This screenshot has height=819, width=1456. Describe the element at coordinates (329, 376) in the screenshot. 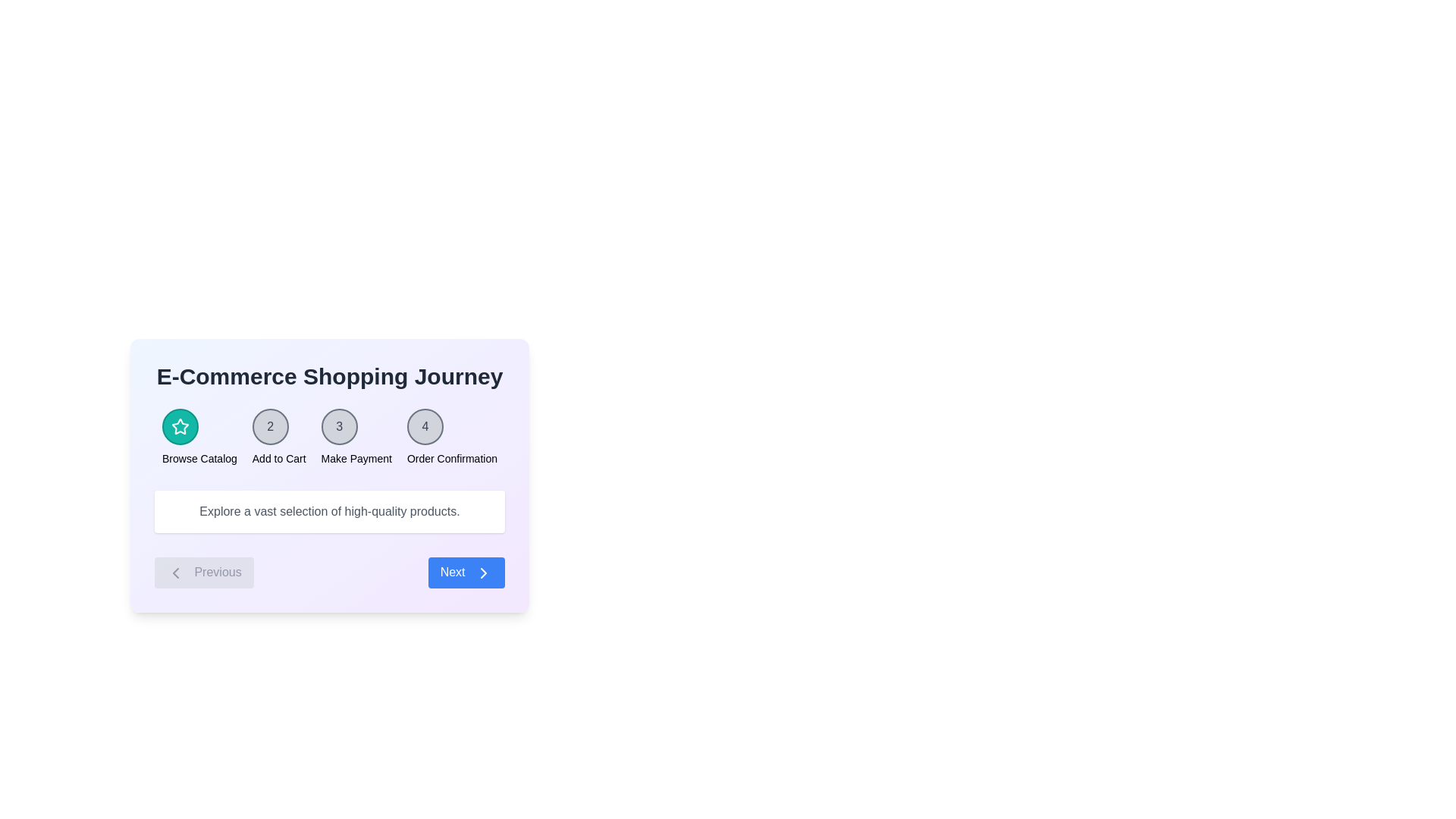

I see `the static text labeled 'E-Commerce Shopping Journey', which is a bold and large heading at the top center of the shopping process interface` at that location.